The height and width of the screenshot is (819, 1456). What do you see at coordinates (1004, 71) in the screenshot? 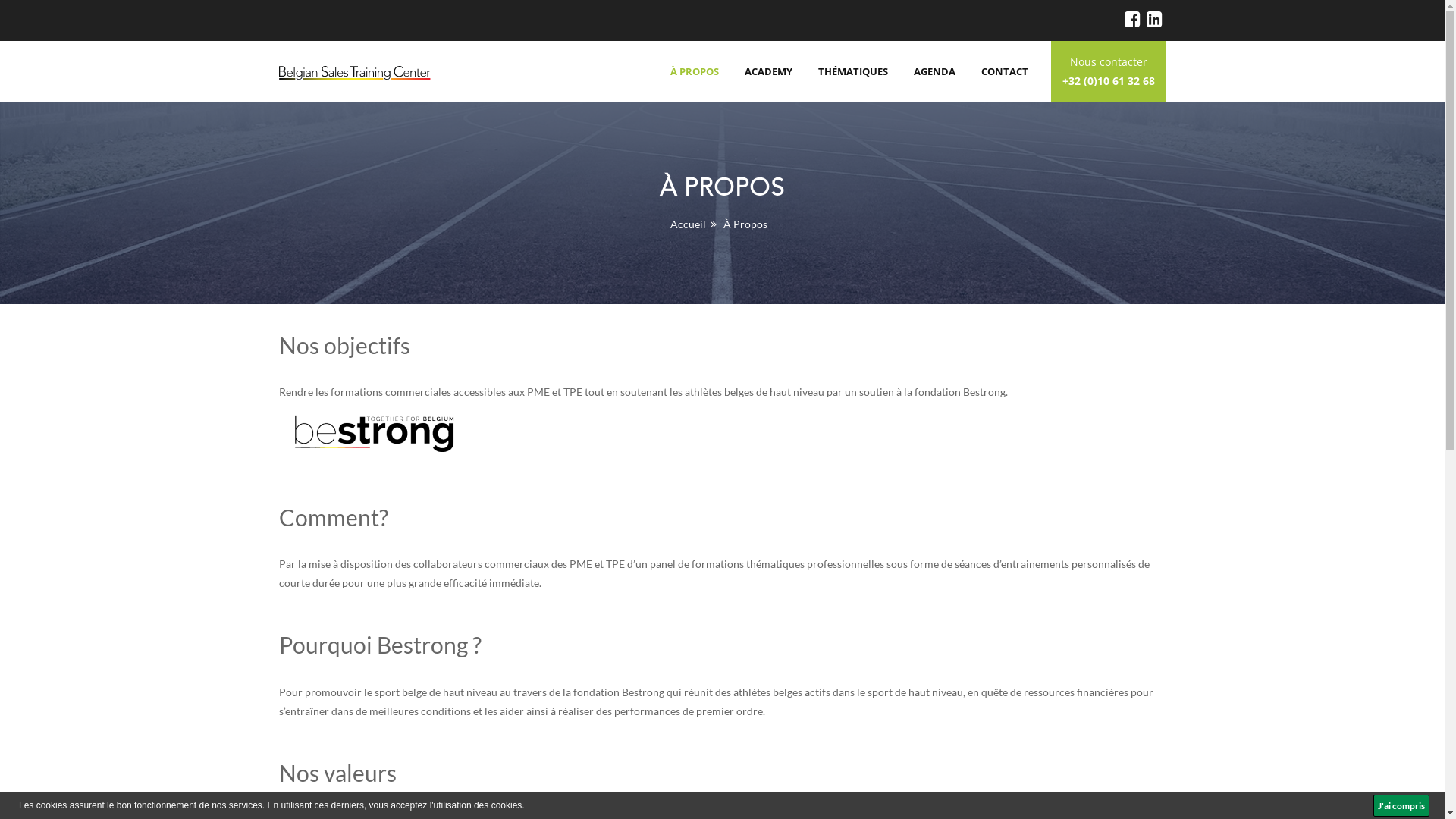
I see `'CONTACT'` at bounding box center [1004, 71].